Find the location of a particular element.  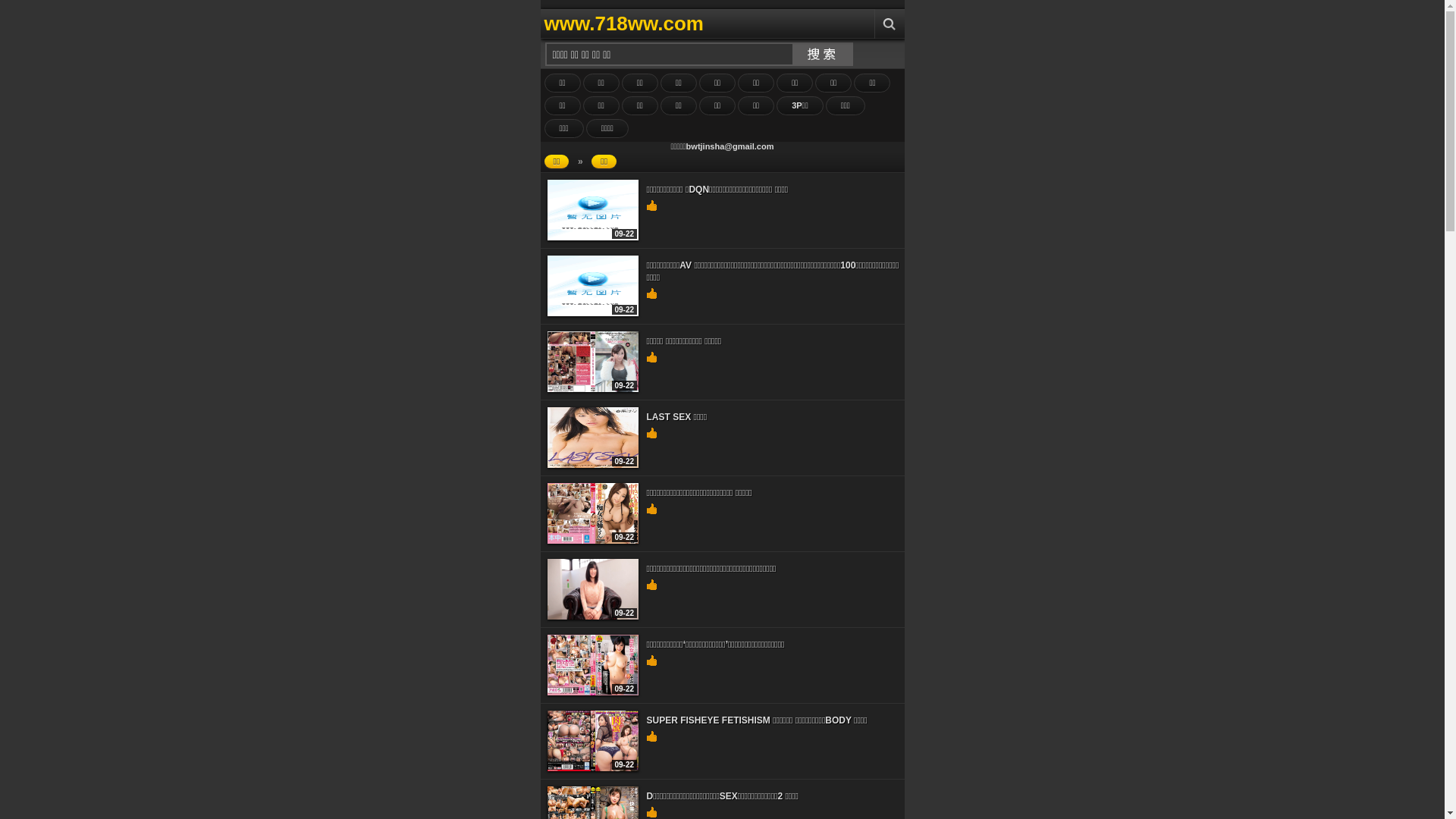

'09-22' is located at coordinates (592, 237).